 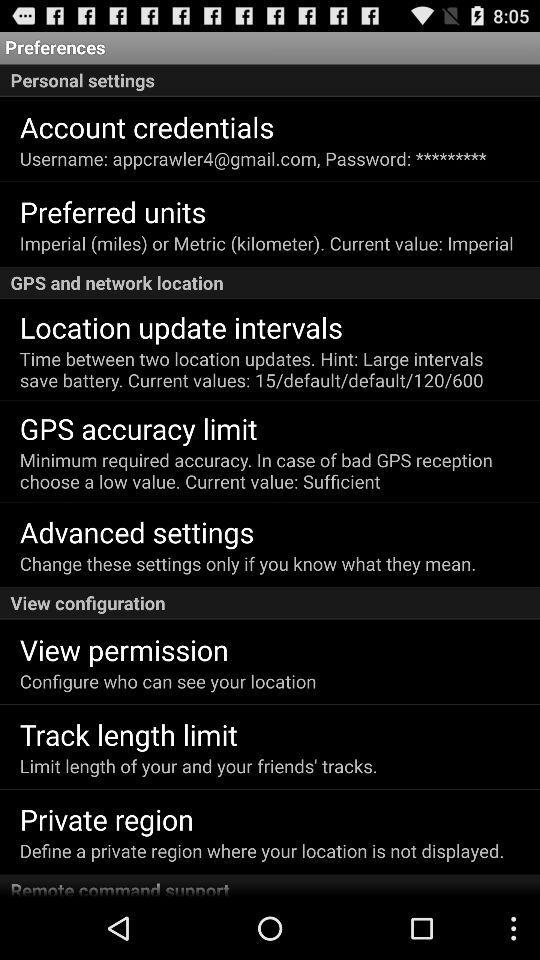 I want to click on advanced settings, so click(x=136, y=530).